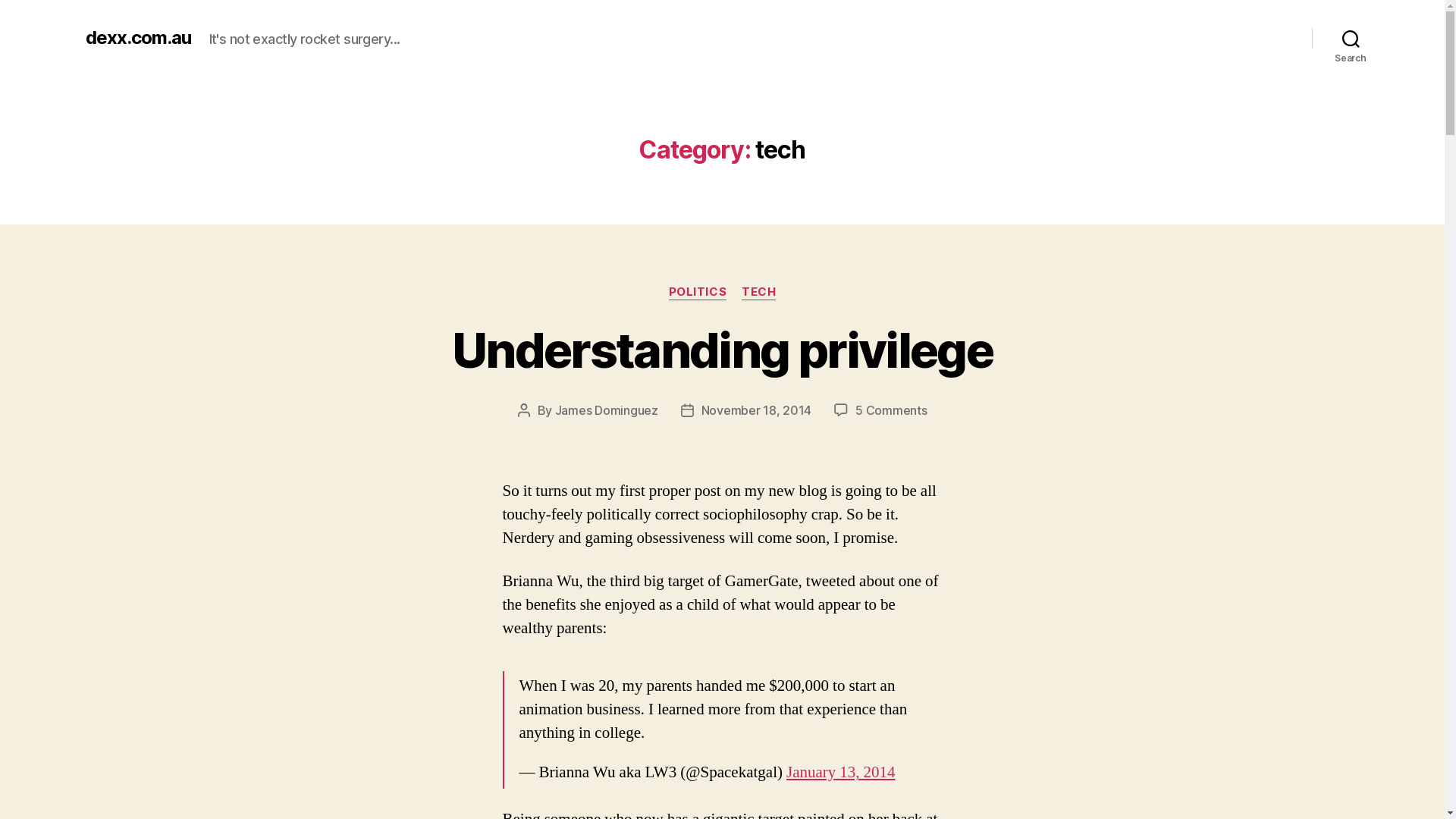 The width and height of the screenshot is (1456, 819). What do you see at coordinates (891, 409) in the screenshot?
I see `'5 Comments` at bounding box center [891, 409].